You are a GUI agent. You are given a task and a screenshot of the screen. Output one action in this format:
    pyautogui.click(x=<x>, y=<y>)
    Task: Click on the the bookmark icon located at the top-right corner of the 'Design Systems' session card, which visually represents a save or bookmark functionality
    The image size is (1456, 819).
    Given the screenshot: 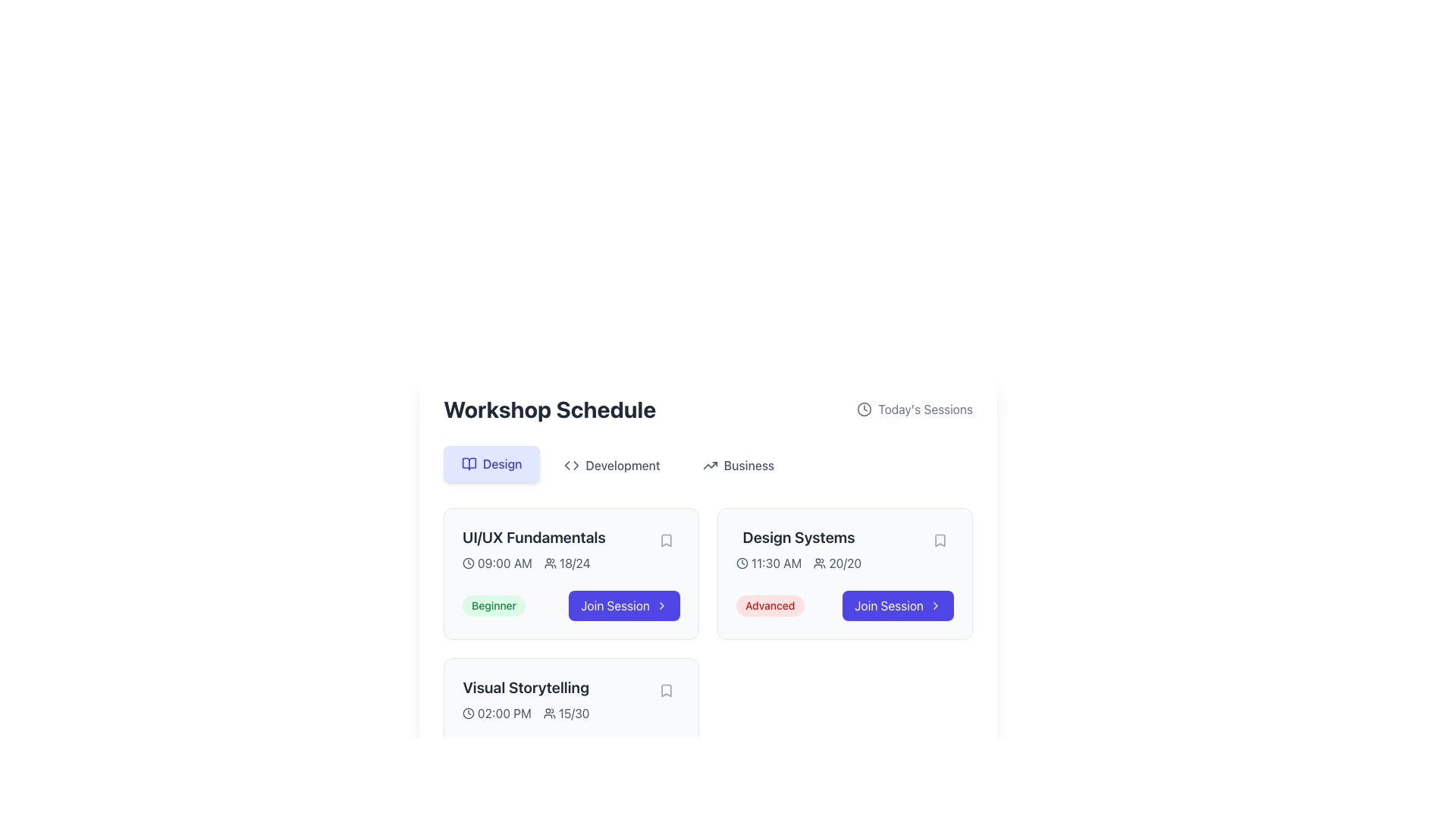 What is the action you would take?
    pyautogui.click(x=939, y=540)
    